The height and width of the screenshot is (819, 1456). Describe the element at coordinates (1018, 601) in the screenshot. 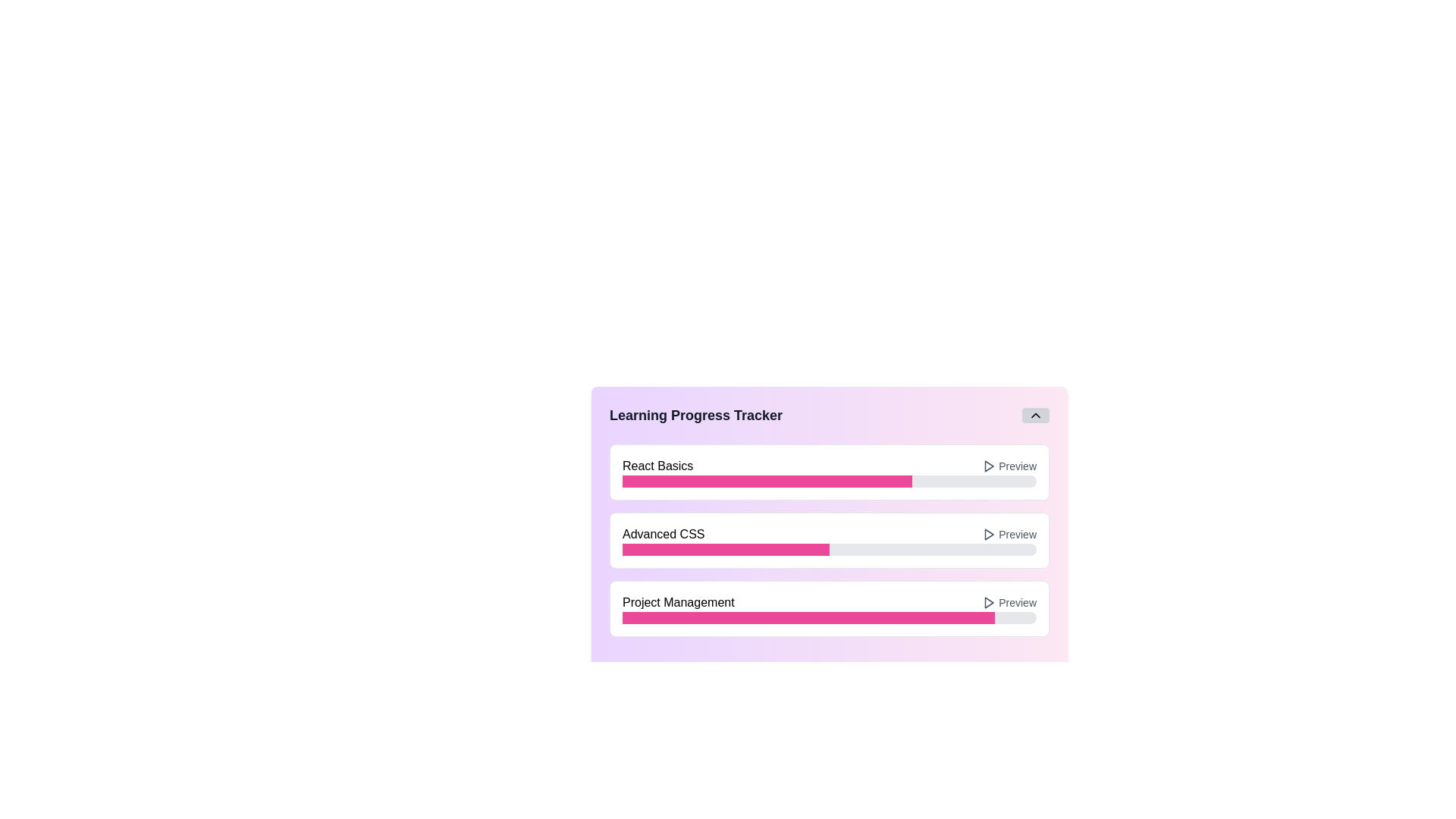

I see `the third 'Preview' text label element located to the right of the play button icon in the Project Management section` at that location.